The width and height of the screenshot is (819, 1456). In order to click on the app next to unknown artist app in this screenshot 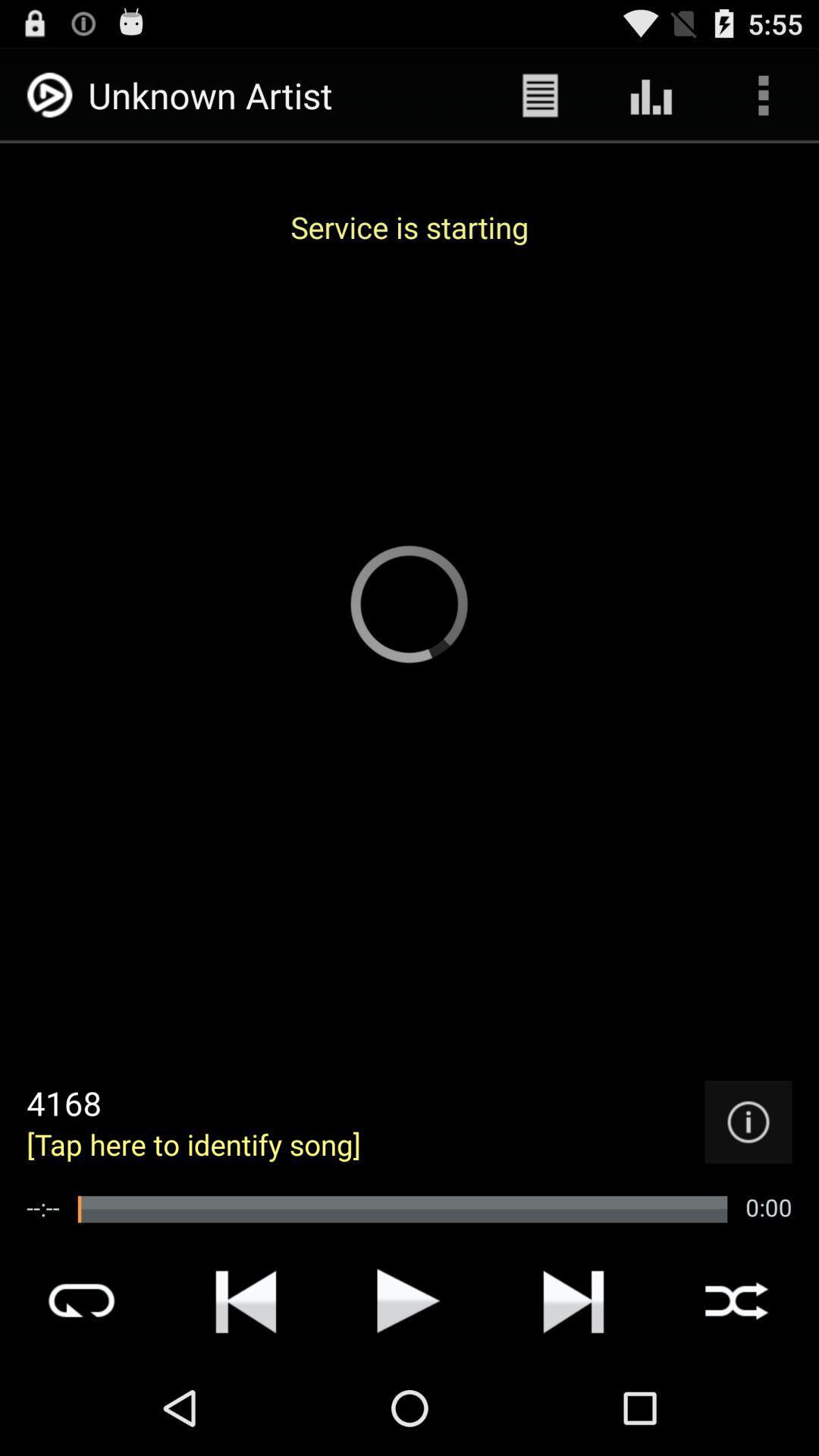, I will do `click(539, 94)`.